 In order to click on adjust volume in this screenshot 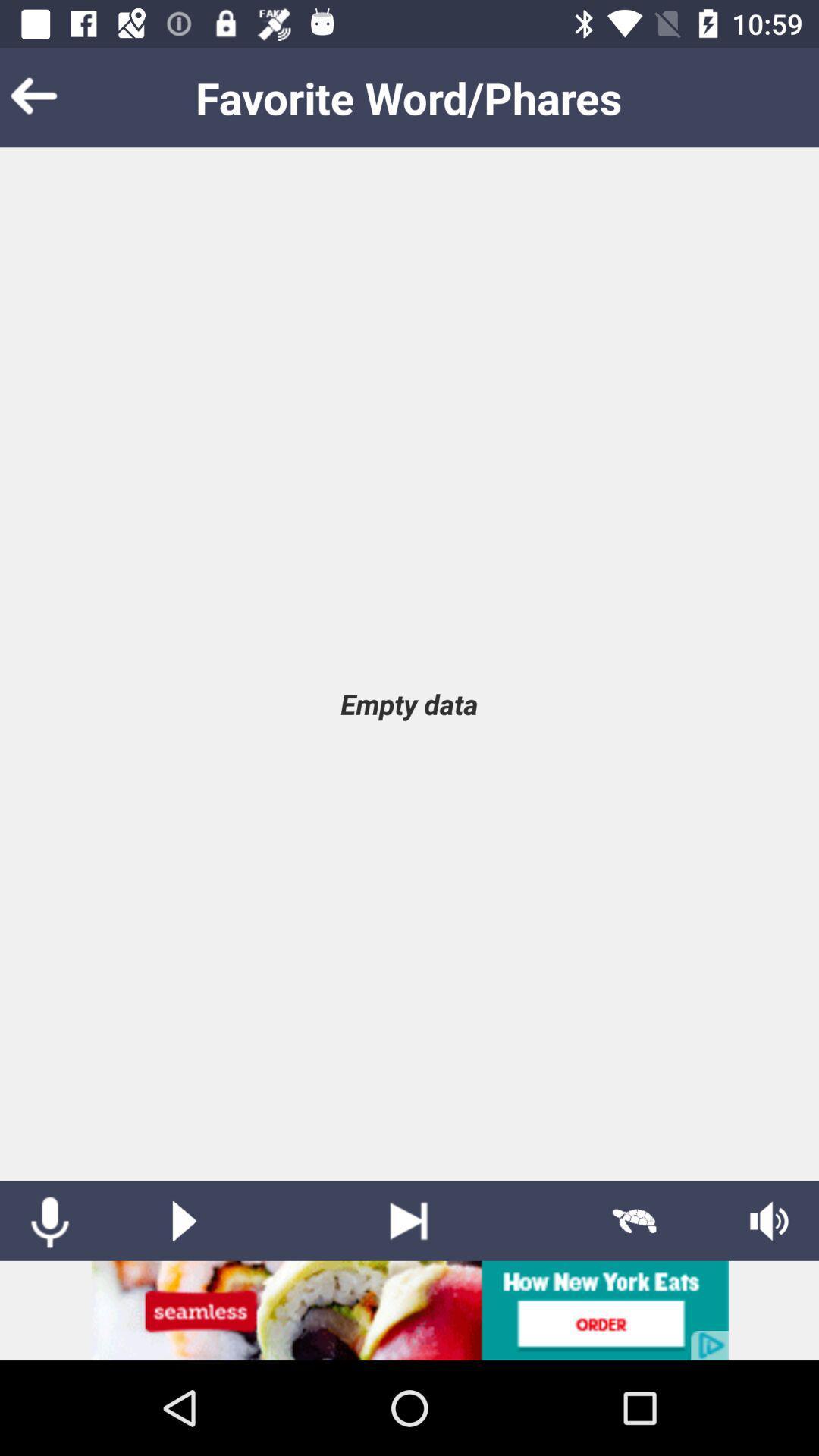, I will do `click(769, 1221)`.